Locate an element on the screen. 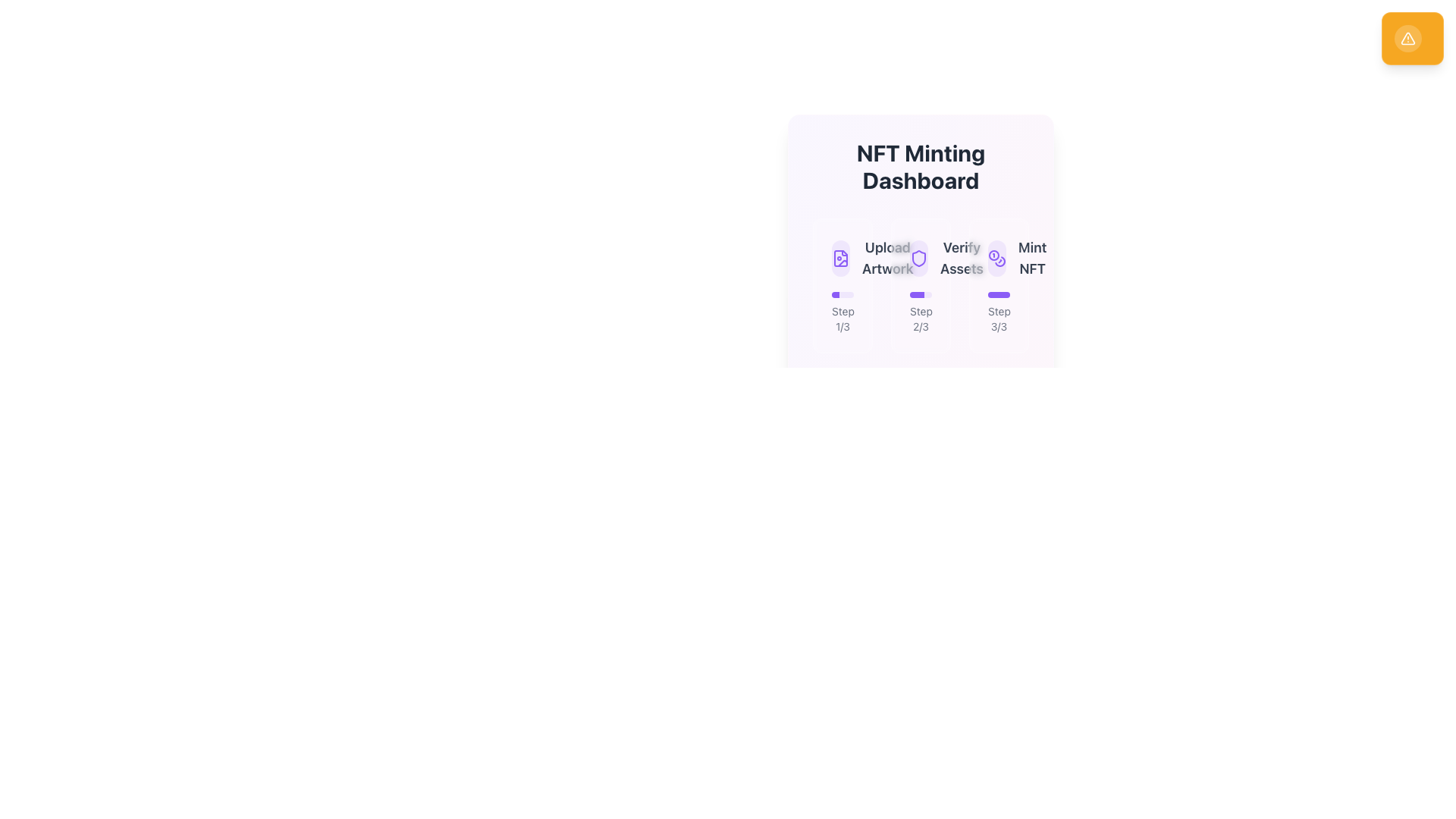 Image resolution: width=1456 pixels, height=819 pixels. the styling of the shield-like SVG icon, which is part of the 'Verify Assets' step indicator in the NFT Minting Dashboard is located at coordinates (918, 257).